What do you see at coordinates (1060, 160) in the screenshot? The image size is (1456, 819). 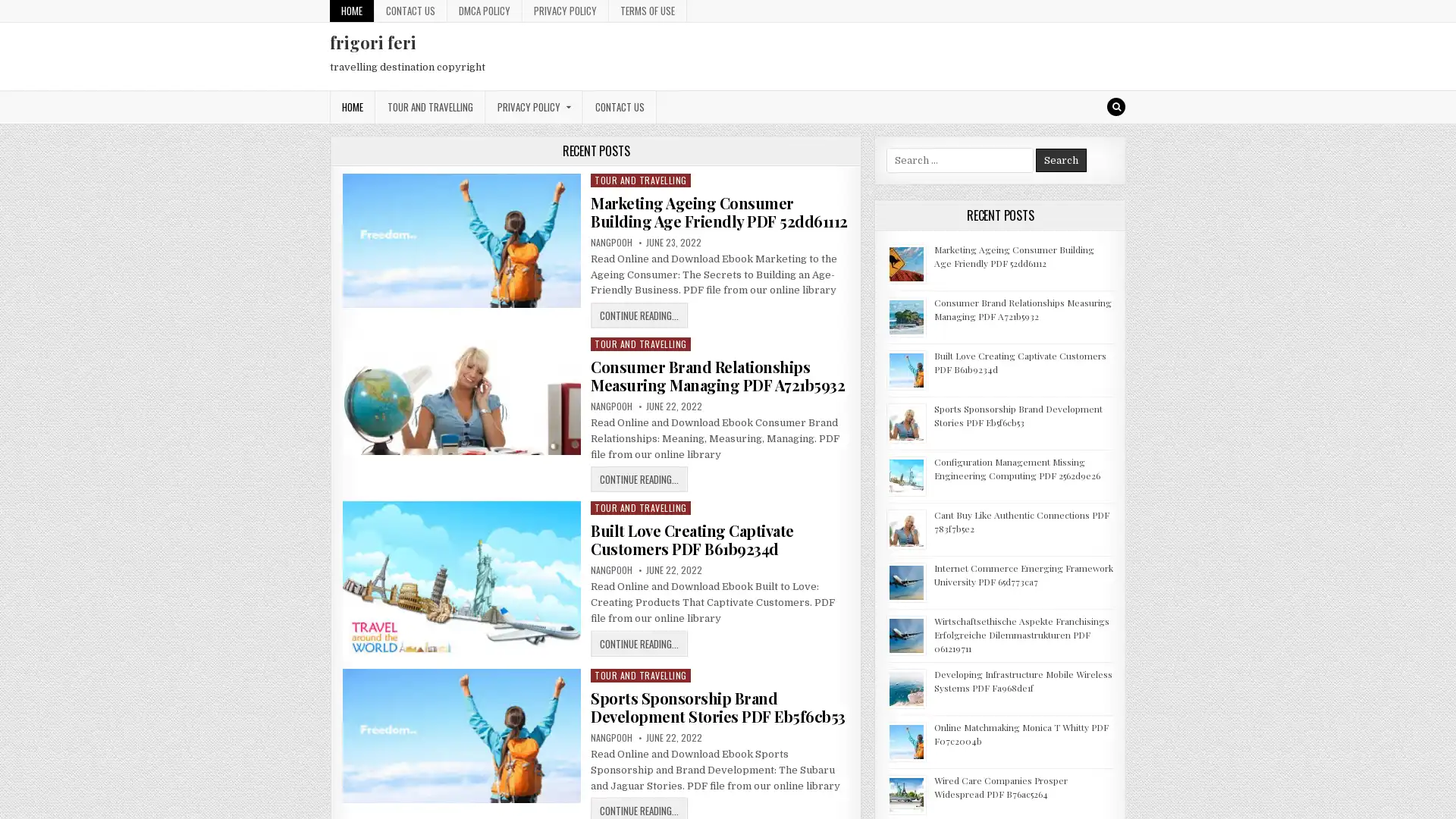 I see `Search` at bounding box center [1060, 160].